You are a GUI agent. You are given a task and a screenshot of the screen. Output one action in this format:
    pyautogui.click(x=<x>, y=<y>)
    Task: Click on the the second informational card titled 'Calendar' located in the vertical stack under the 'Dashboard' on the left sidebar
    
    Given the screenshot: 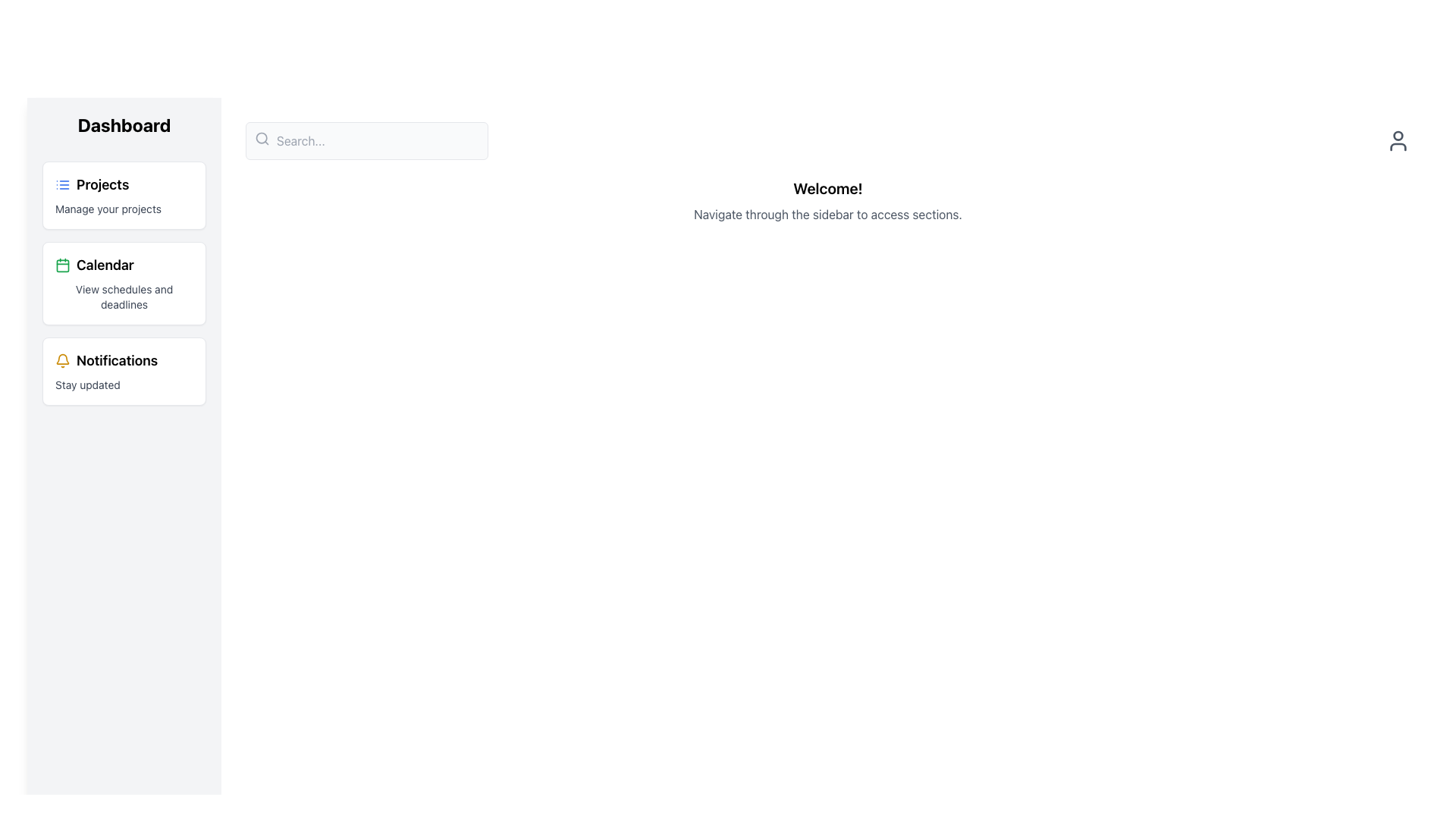 What is the action you would take?
    pyautogui.click(x=124, y=284)
    